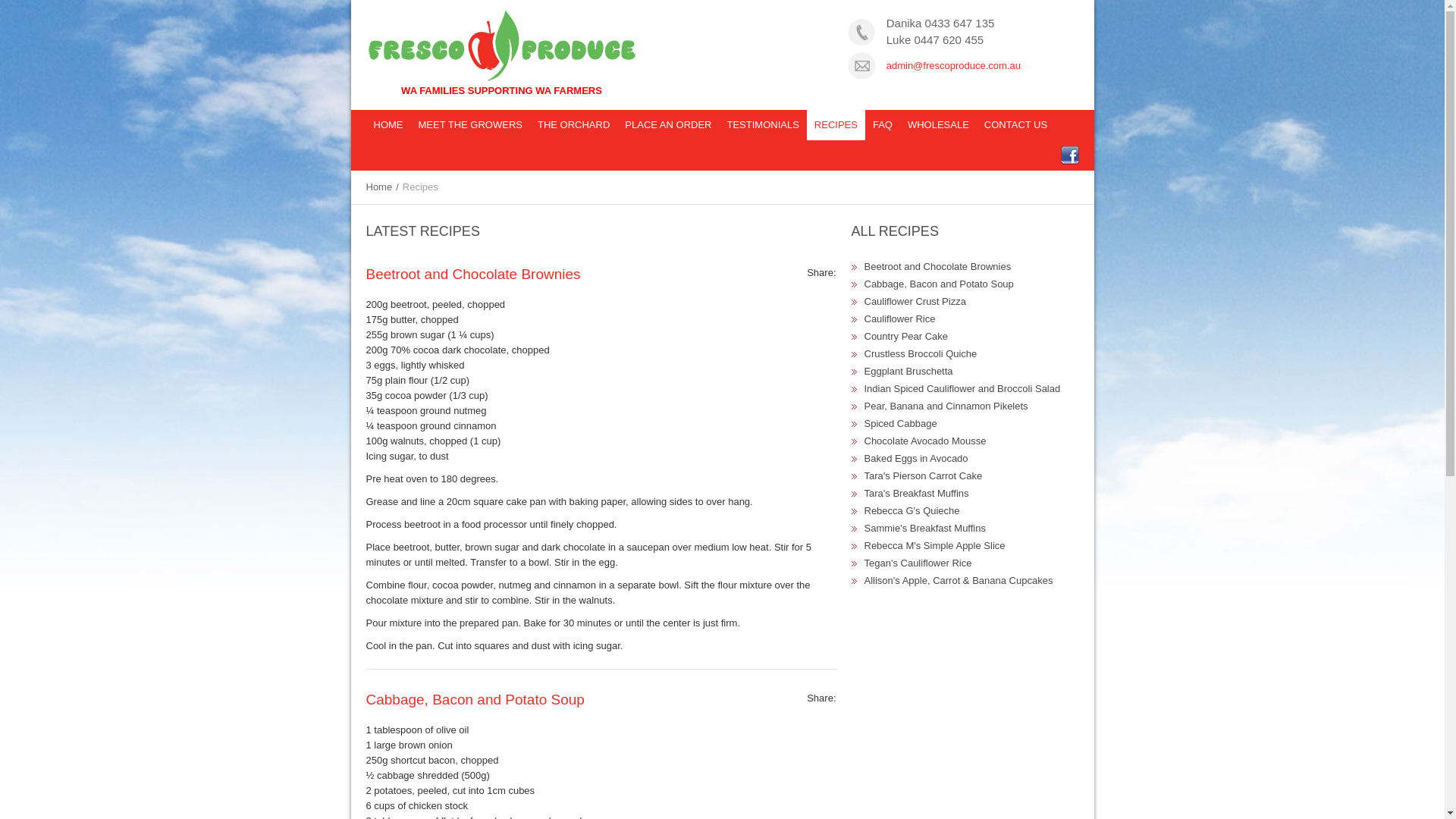  Describe the element at coordinates (938, 284) in the screenshot. I see `'Cabbage, Bacon and Potato Soup'` at that location.